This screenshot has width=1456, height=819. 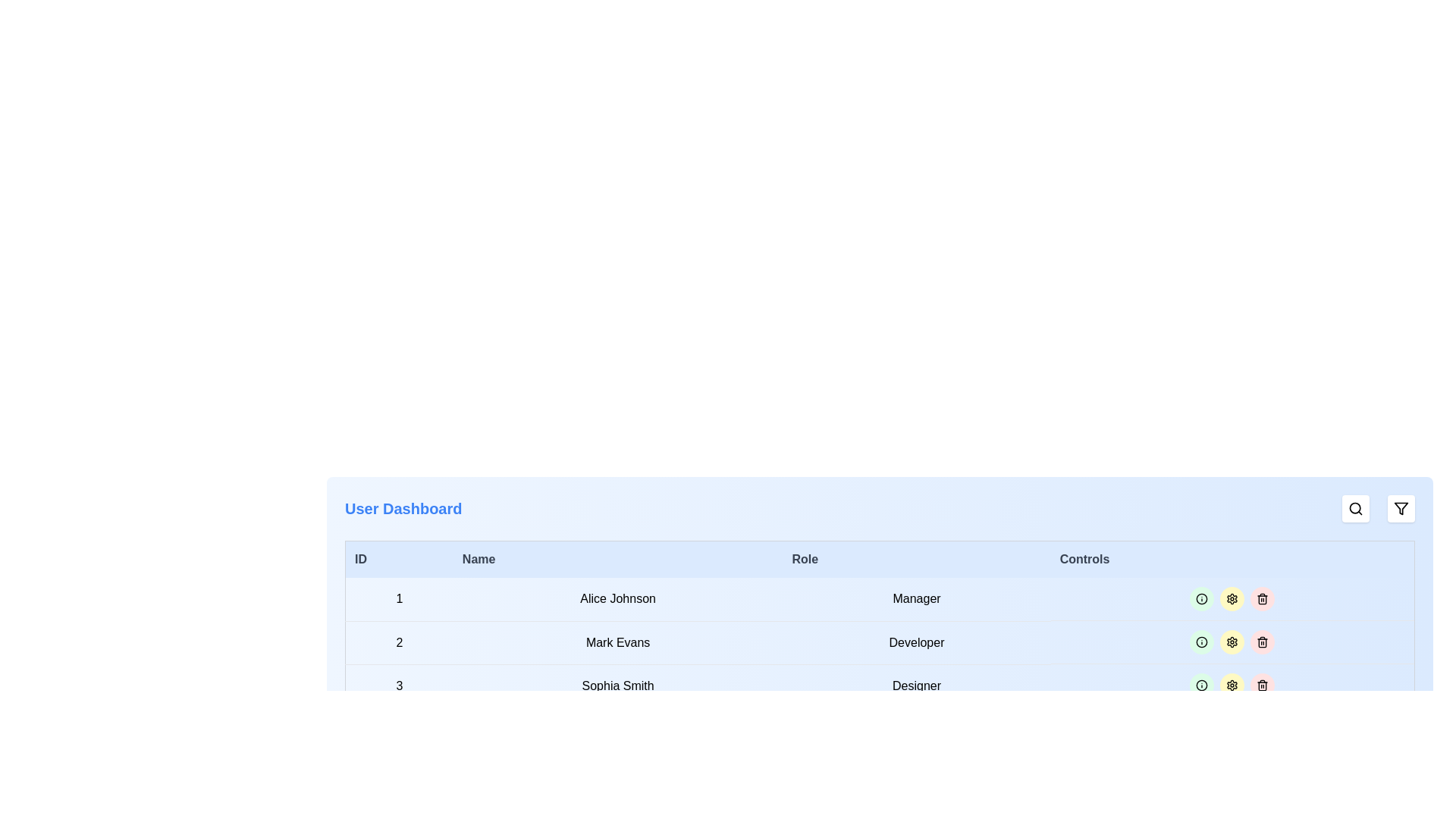 I want to click on the filter button located at the top-right corner of the interface, so click(x=1401, y=509).